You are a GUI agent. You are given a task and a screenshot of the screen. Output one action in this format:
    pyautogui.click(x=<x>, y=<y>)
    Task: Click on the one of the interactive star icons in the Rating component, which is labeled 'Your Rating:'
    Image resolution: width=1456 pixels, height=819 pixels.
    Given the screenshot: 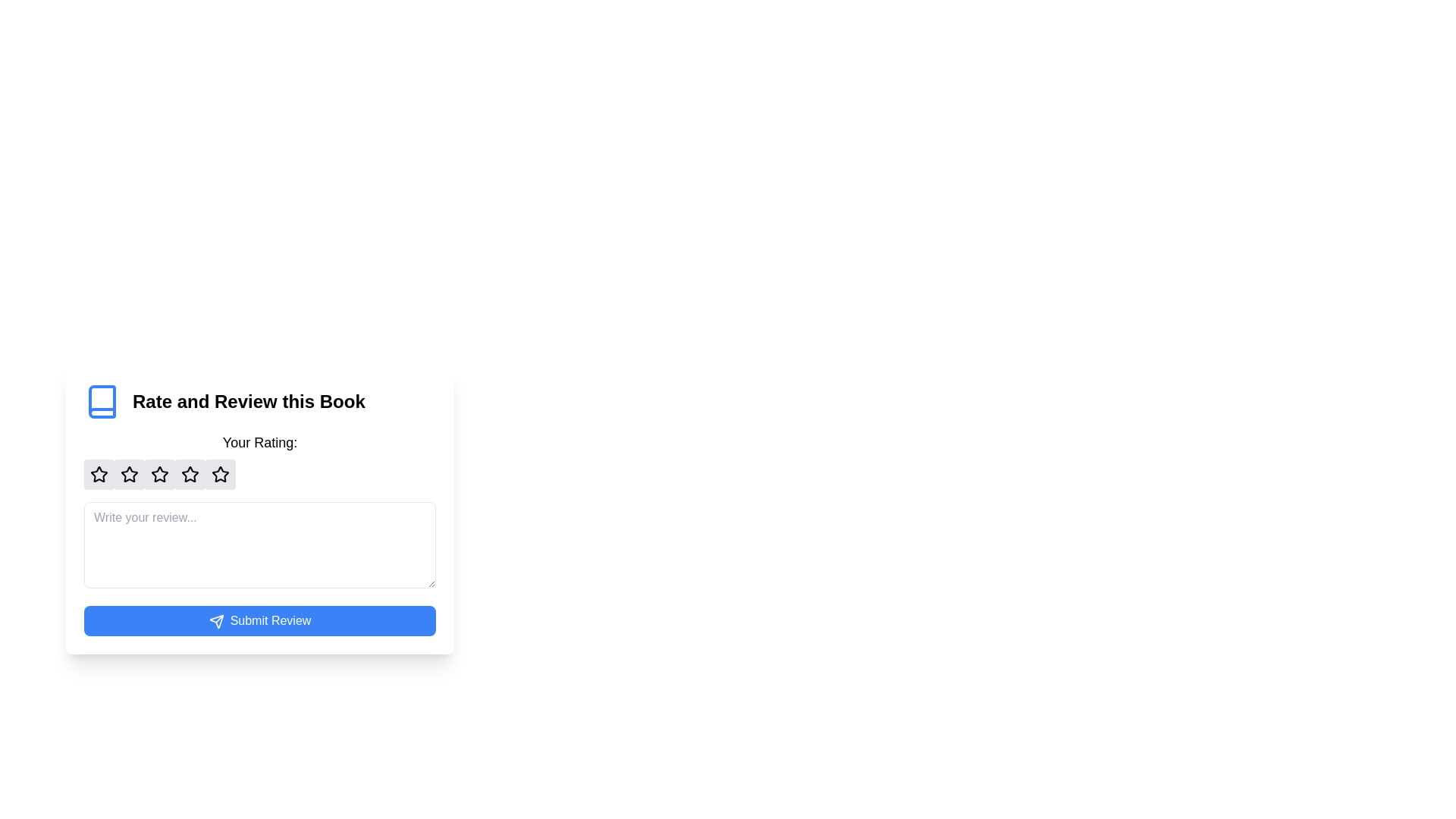 What is the action you would take?
    pyautogui.click(x=259, y=473)
    